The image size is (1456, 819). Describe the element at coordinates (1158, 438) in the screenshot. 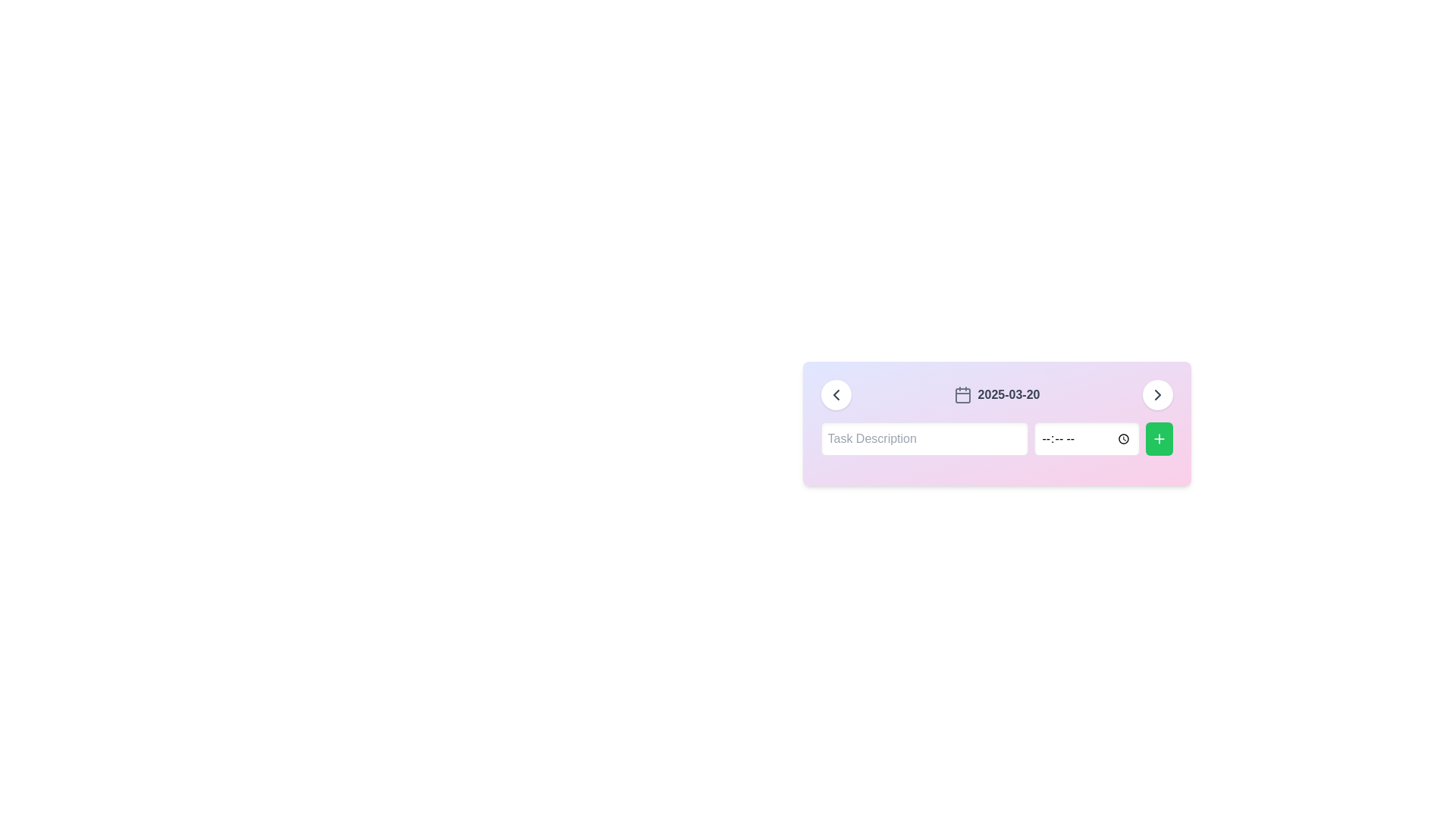

I see `the green square button with a plus symbol in the center` at that location.